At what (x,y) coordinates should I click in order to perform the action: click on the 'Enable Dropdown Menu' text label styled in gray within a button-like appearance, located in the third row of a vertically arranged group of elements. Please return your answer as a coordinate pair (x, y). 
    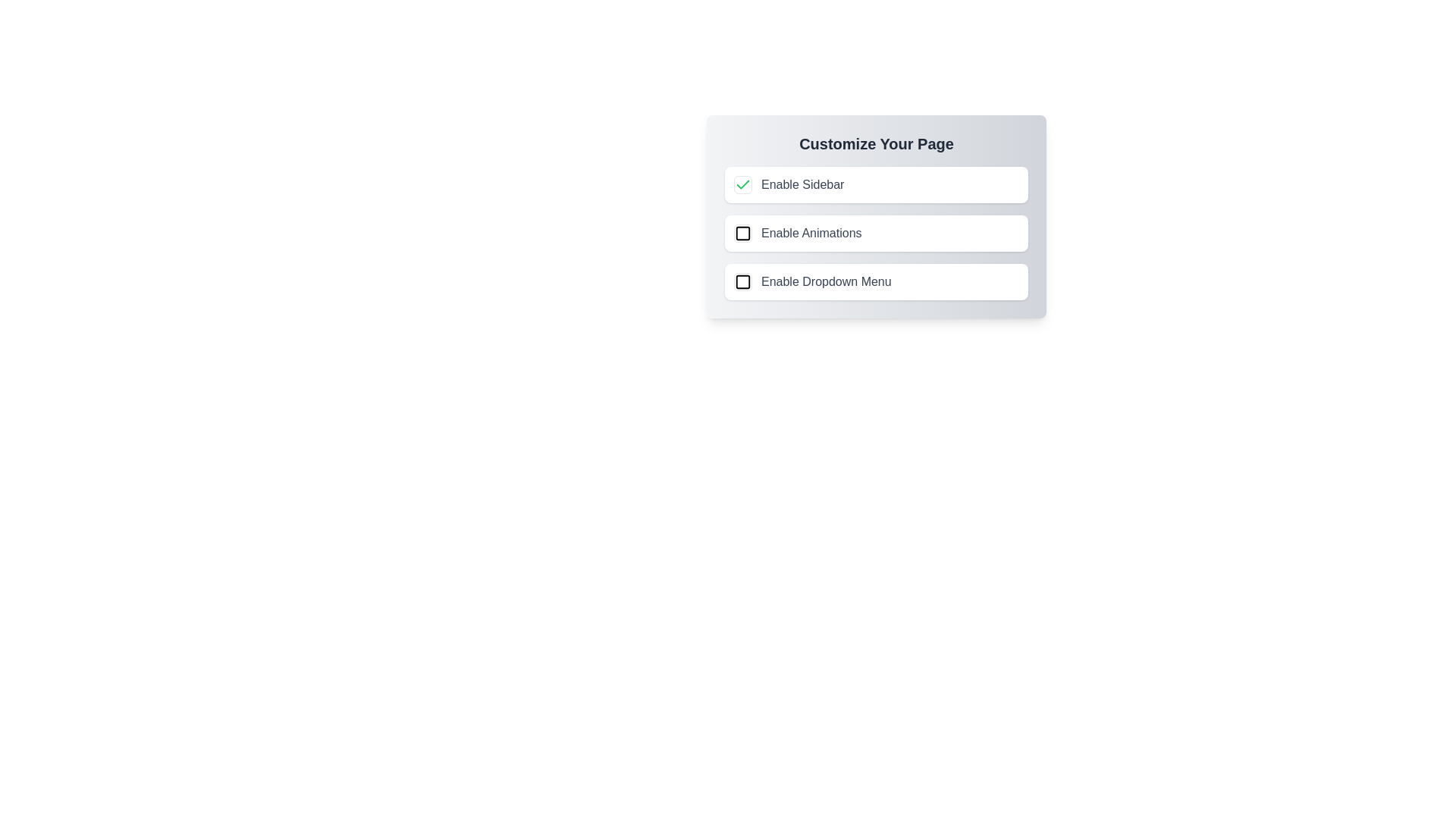
    Looking at the image, I should click on (825, 281).